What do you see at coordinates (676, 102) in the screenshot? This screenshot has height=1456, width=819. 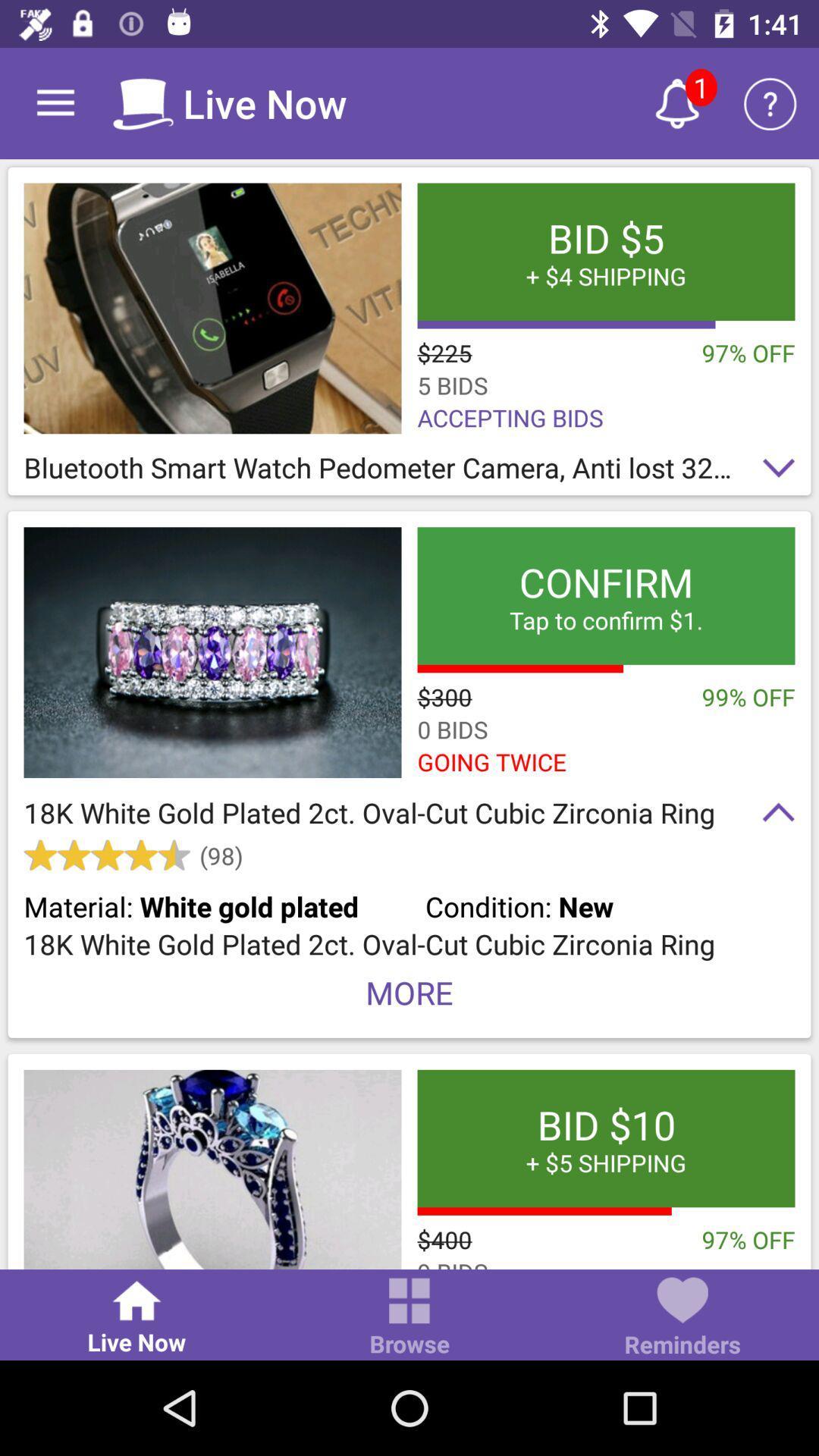 I see `new alert` at bounding box center [676, 102].